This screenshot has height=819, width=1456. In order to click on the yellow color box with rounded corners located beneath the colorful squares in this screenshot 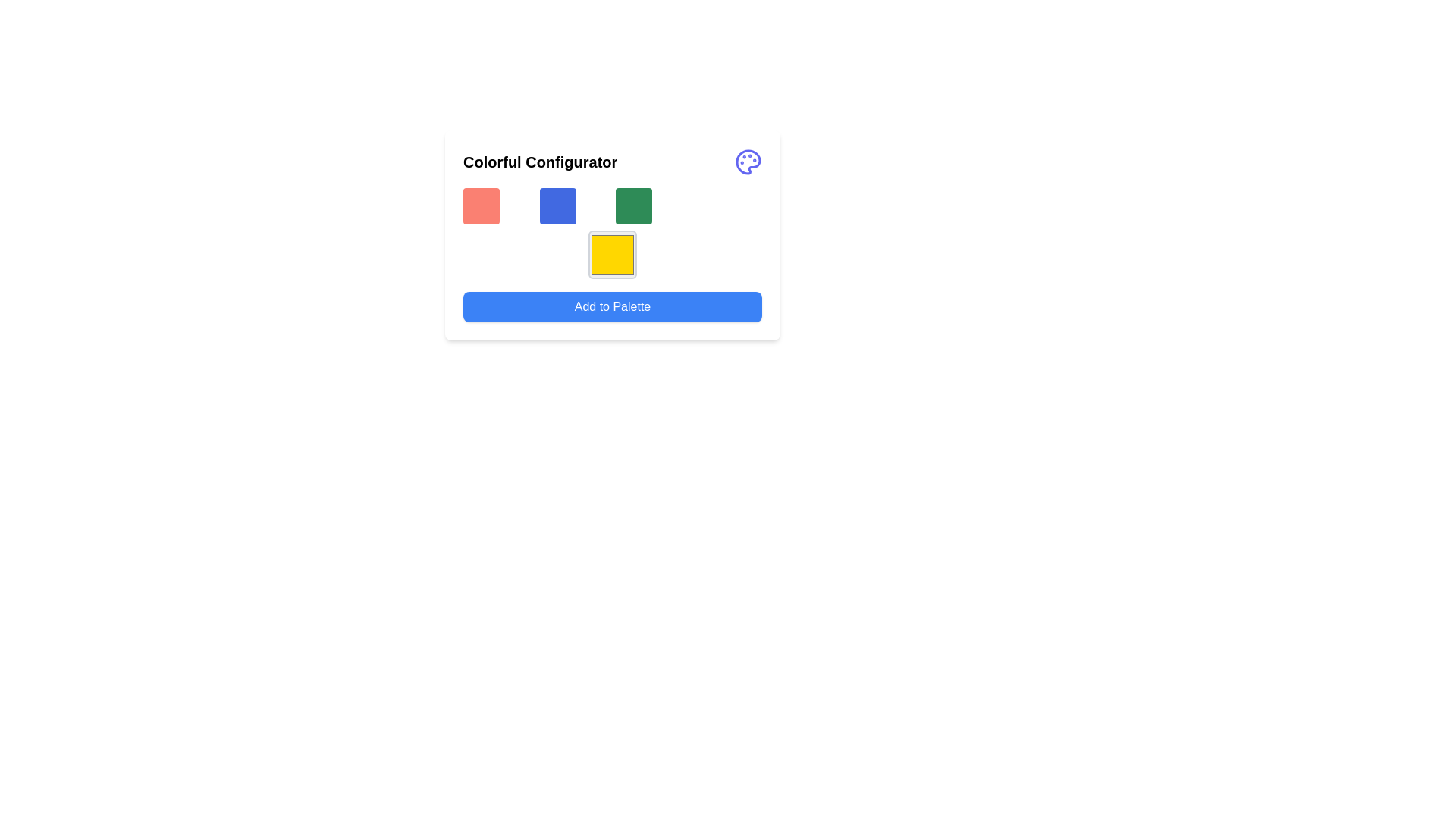, I will do `click(612, 234)`.